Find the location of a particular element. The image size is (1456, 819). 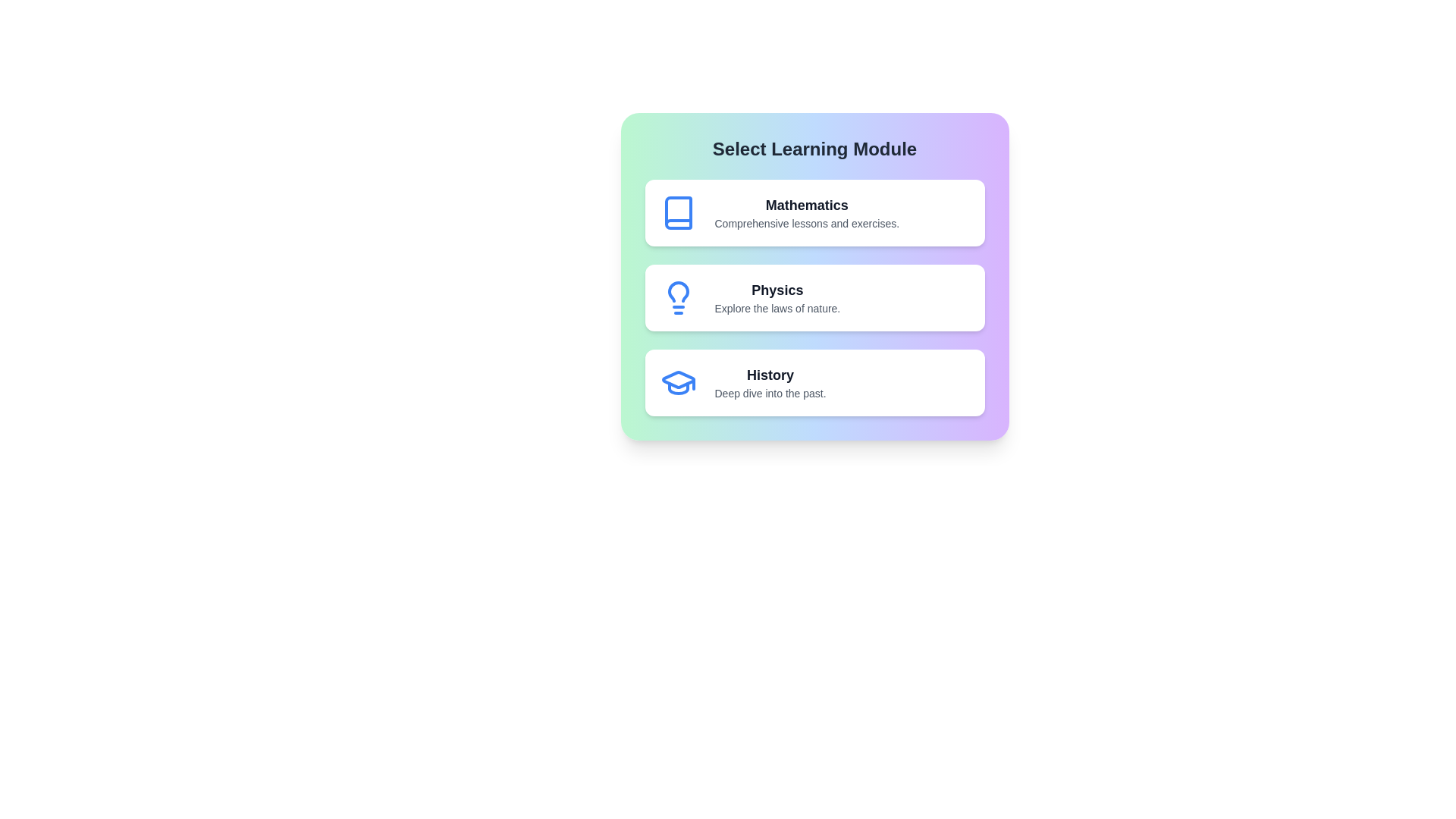

the Mathematics module to see the hover effect is located at coordinates (814, 213).